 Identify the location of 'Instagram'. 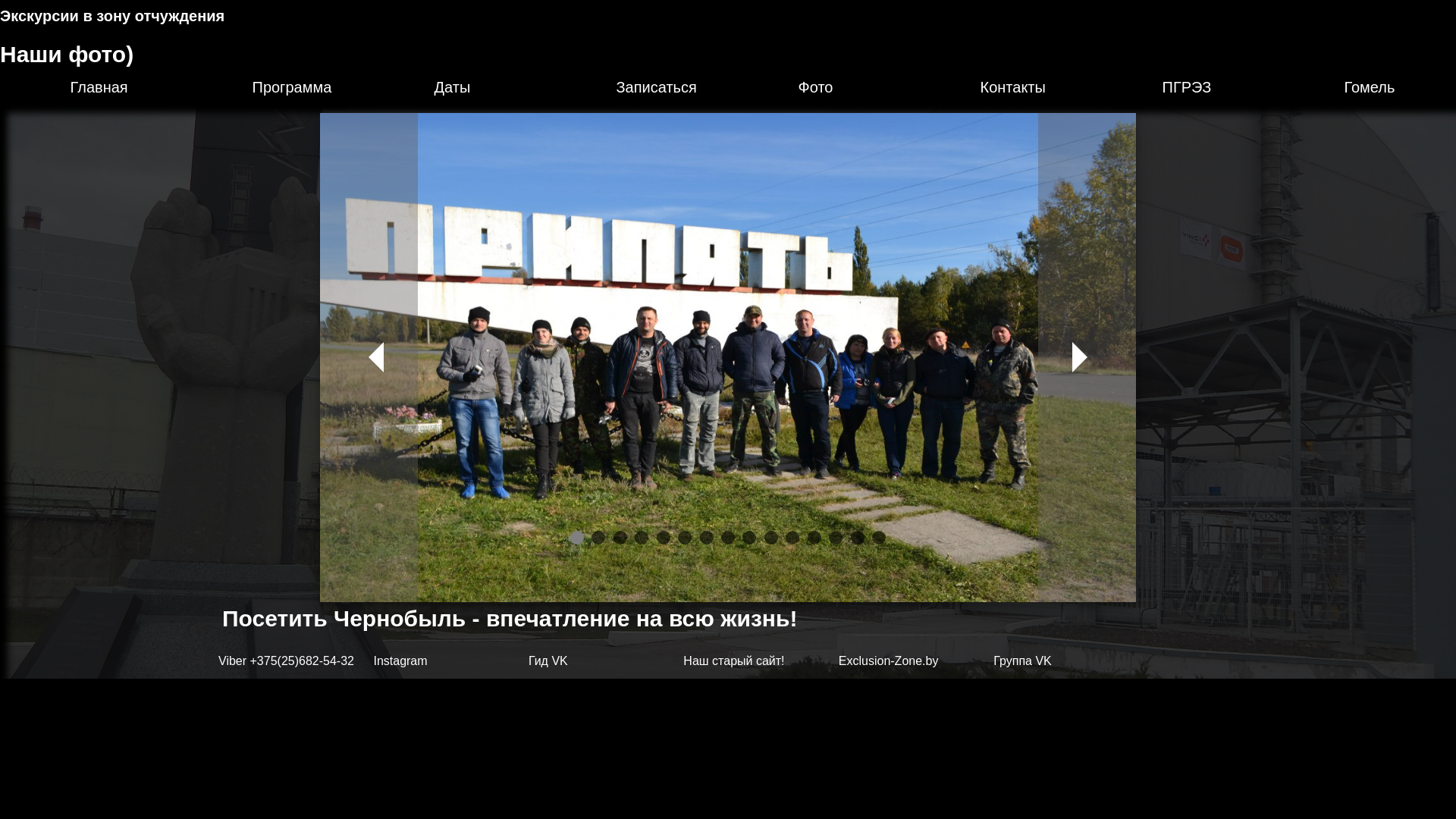
(400, 660).